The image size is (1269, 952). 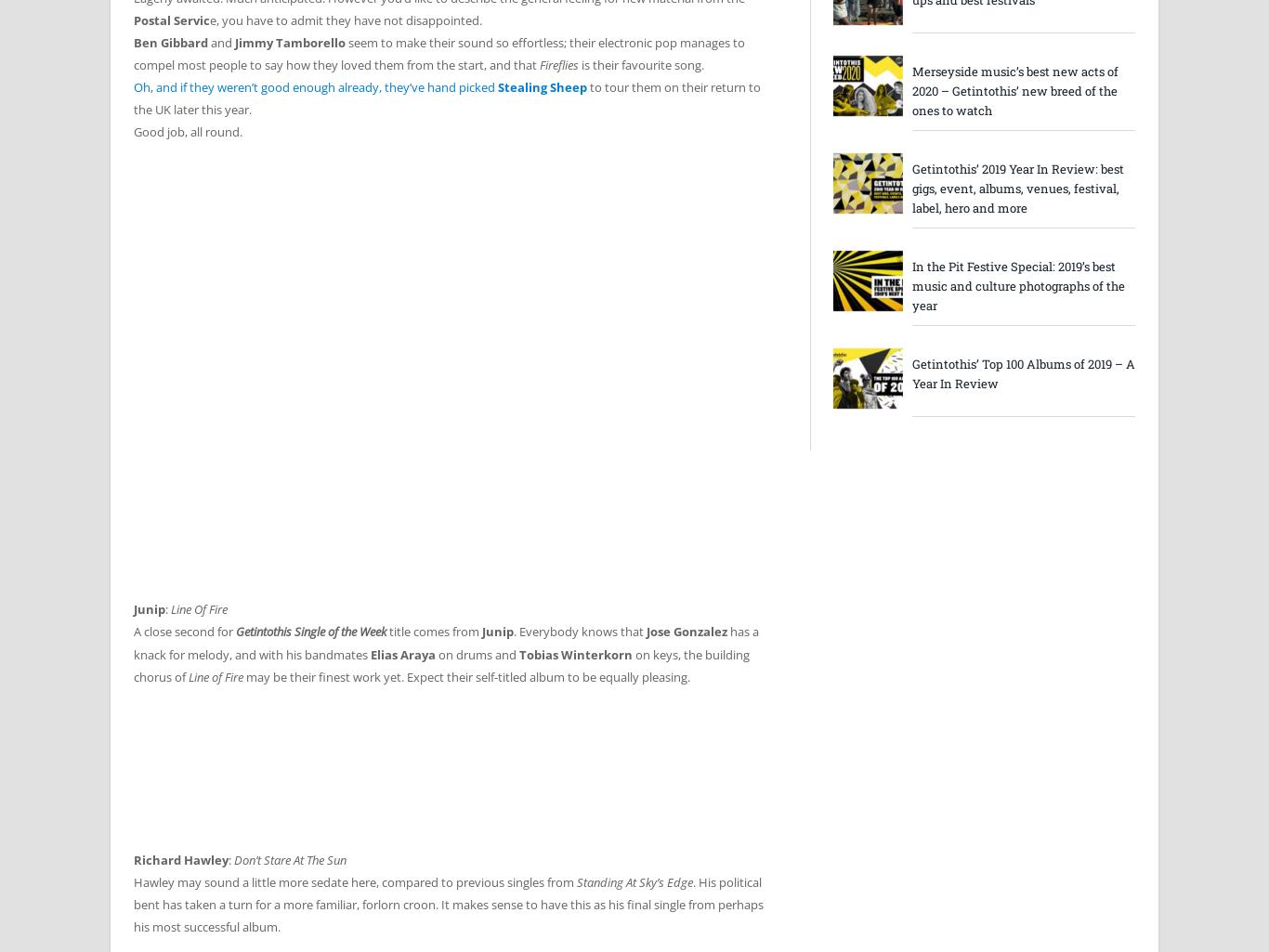 What do you see at coordinates (541, 85) in the screenshot?
I see `'Stealing Sheep'` at bounding box center [541, 85].